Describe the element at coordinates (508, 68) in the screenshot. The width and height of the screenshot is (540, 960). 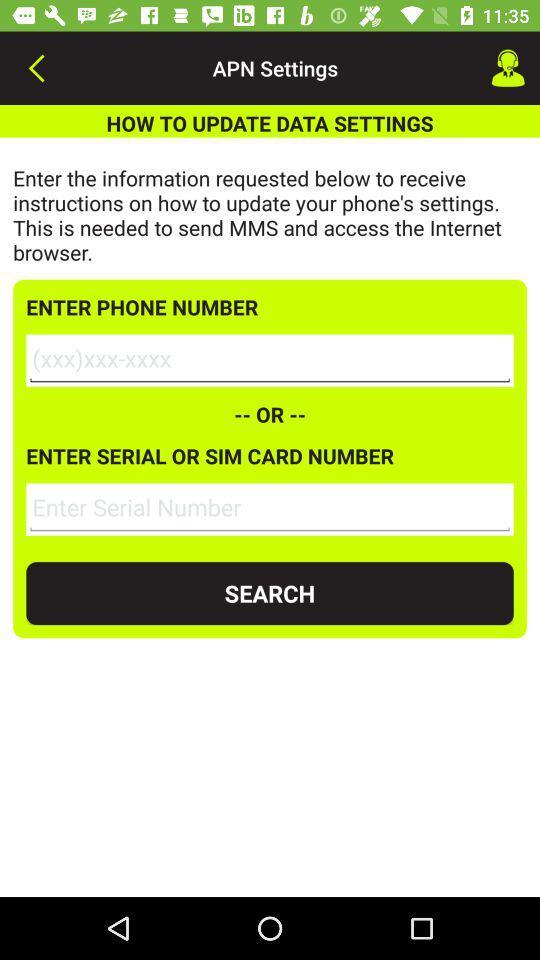
I see `icon at the top right corner` at that location.